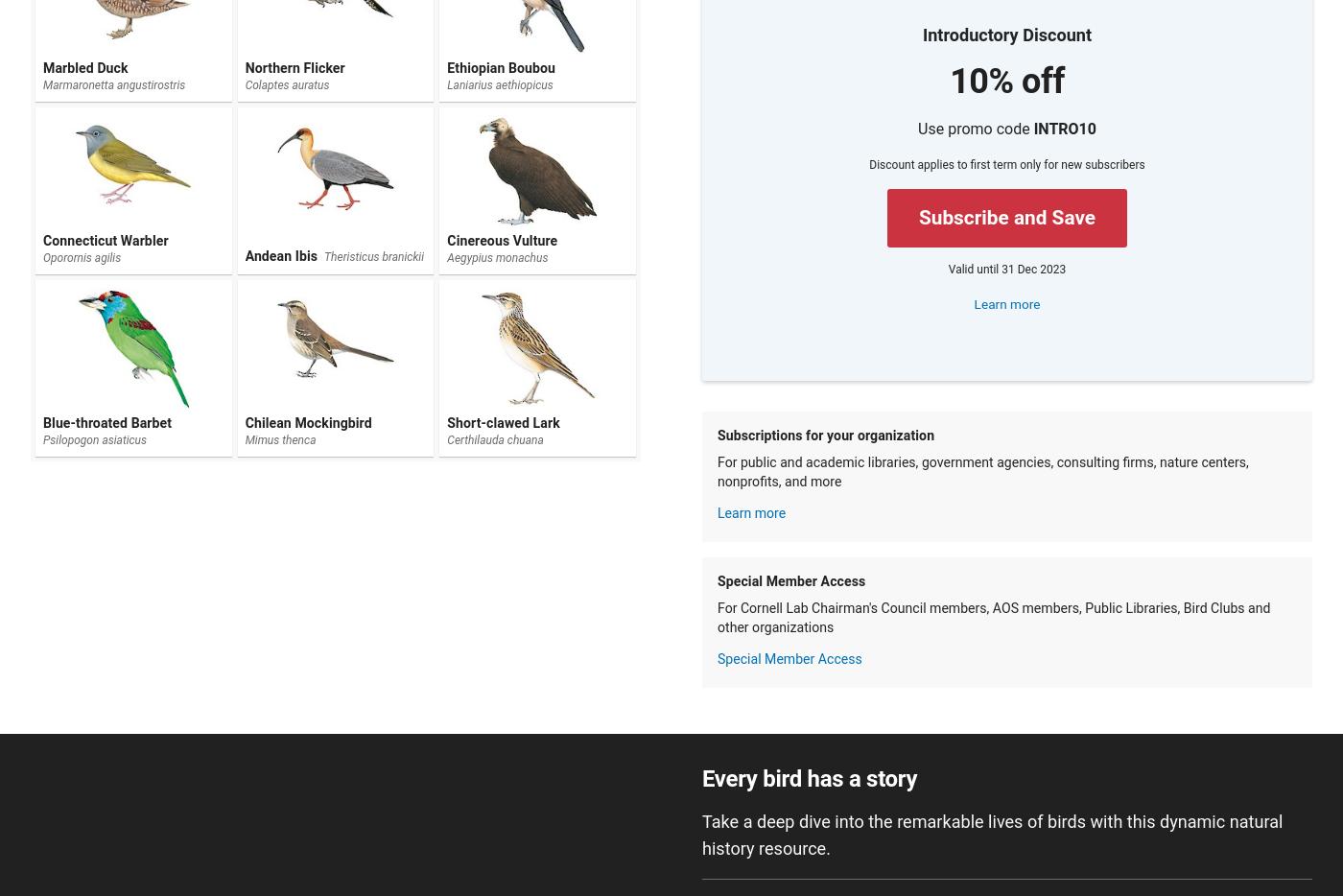  Describe the element at coordinates (107, 423) in the screenshot. I see `'Blue-throated Barbet'` at that location.